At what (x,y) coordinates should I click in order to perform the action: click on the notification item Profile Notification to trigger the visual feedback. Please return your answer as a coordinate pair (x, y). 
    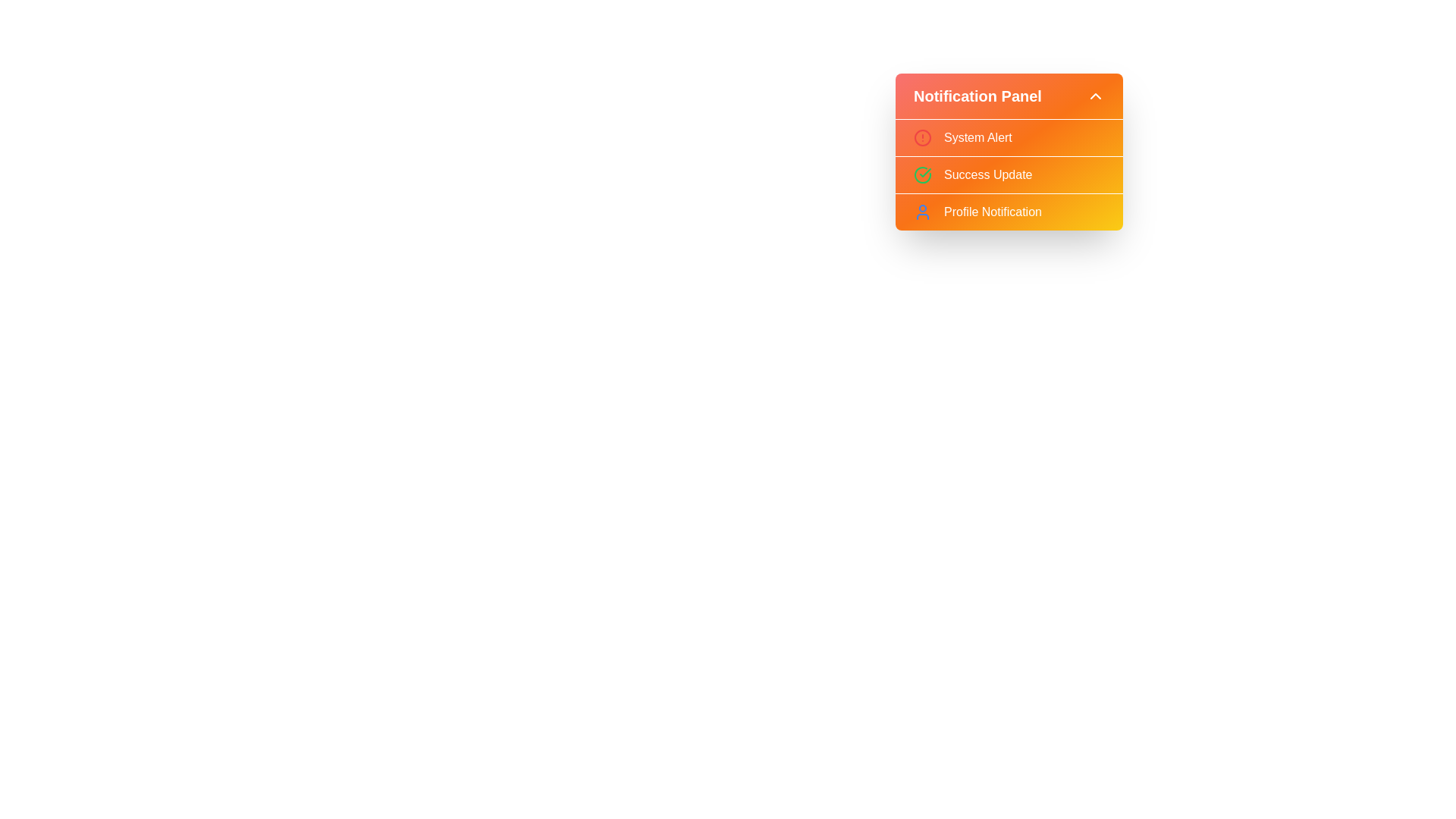
    Looking at the image, I should click on (1009, 212).